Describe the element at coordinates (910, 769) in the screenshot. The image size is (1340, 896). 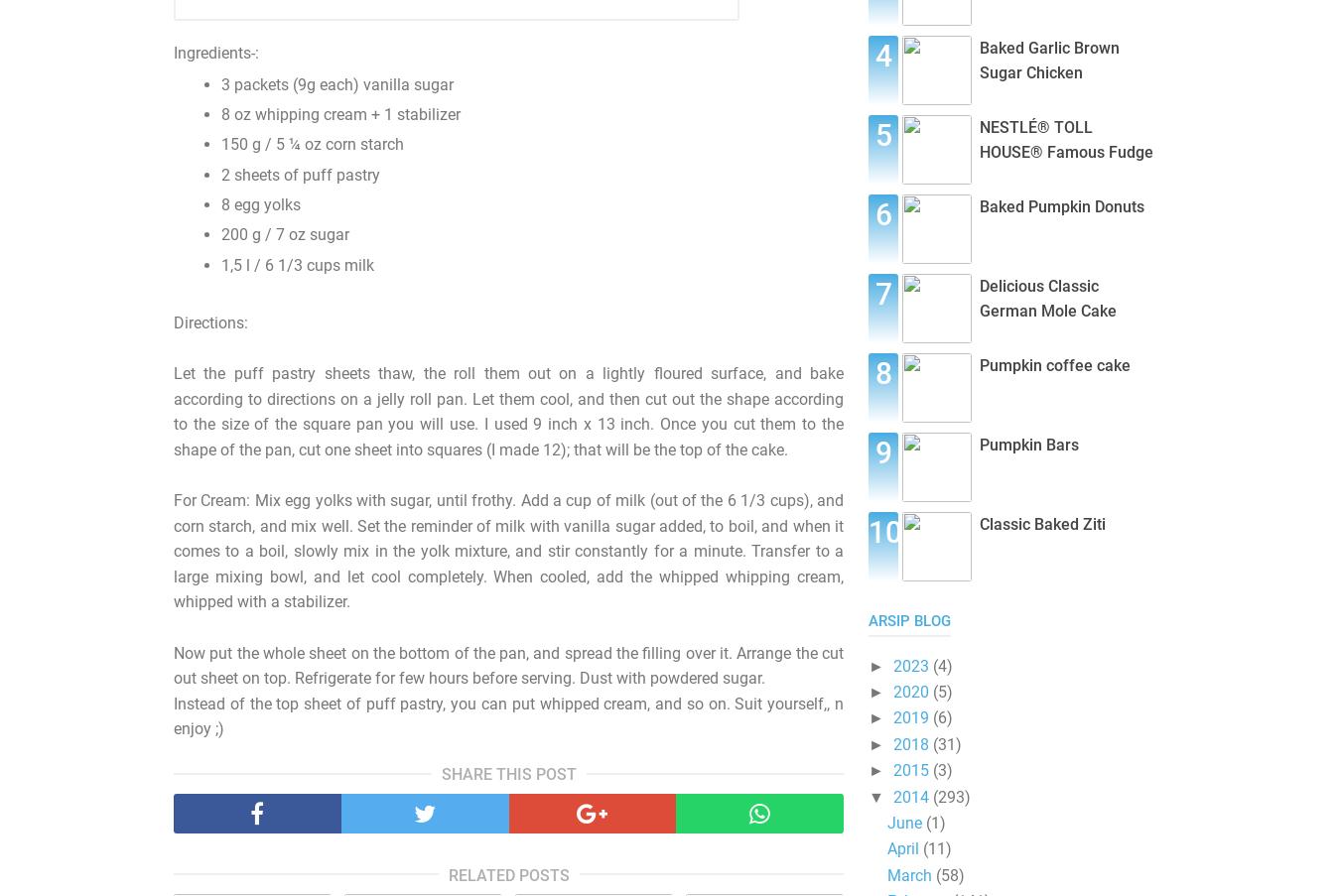
I see `'2015'` at that location.